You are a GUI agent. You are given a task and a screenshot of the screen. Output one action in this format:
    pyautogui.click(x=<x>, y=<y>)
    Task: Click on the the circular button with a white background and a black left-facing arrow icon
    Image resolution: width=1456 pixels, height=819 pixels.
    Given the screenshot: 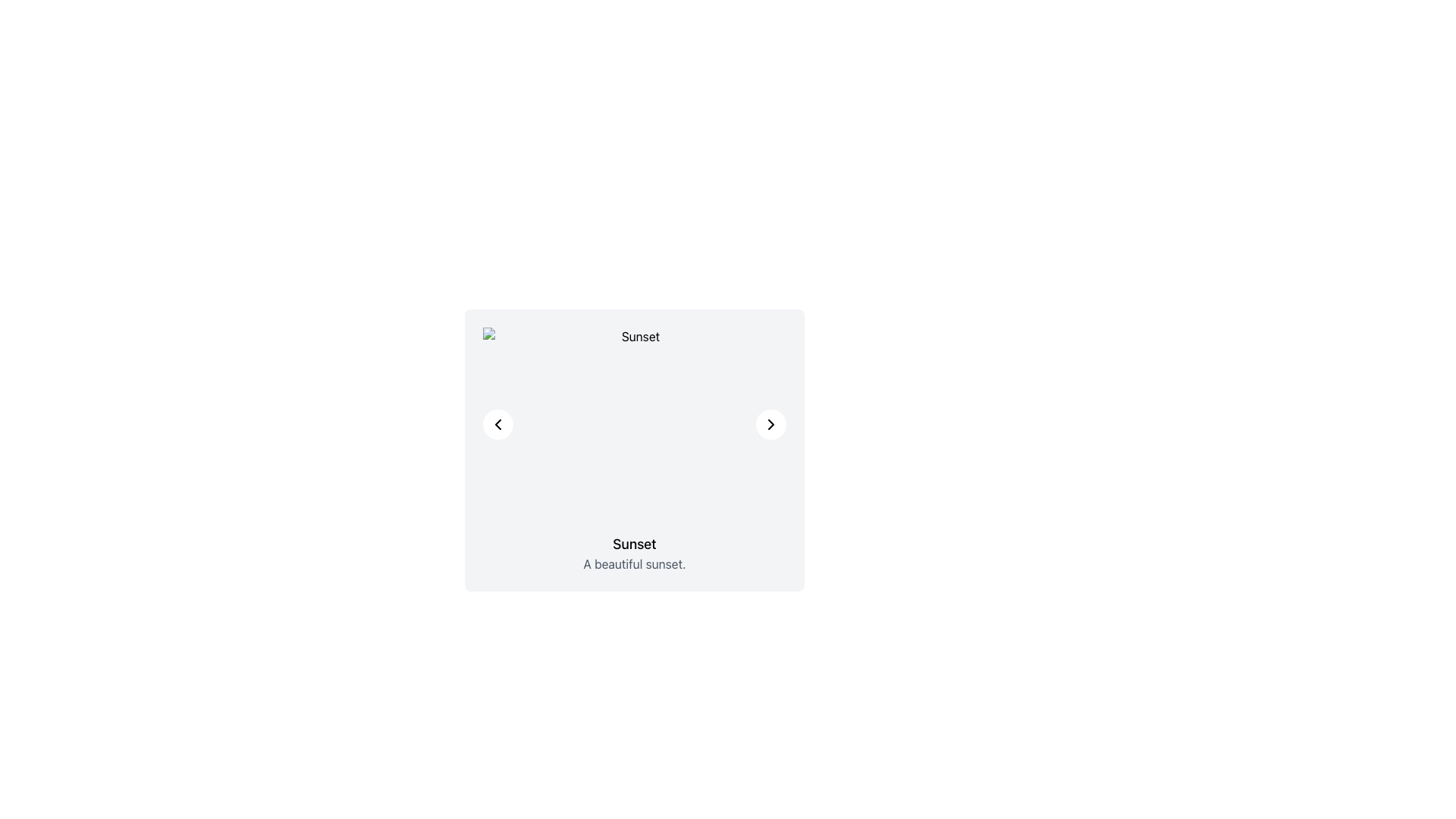 What is the action you would take?
    pyautogui.click(x=498, y=424)
    